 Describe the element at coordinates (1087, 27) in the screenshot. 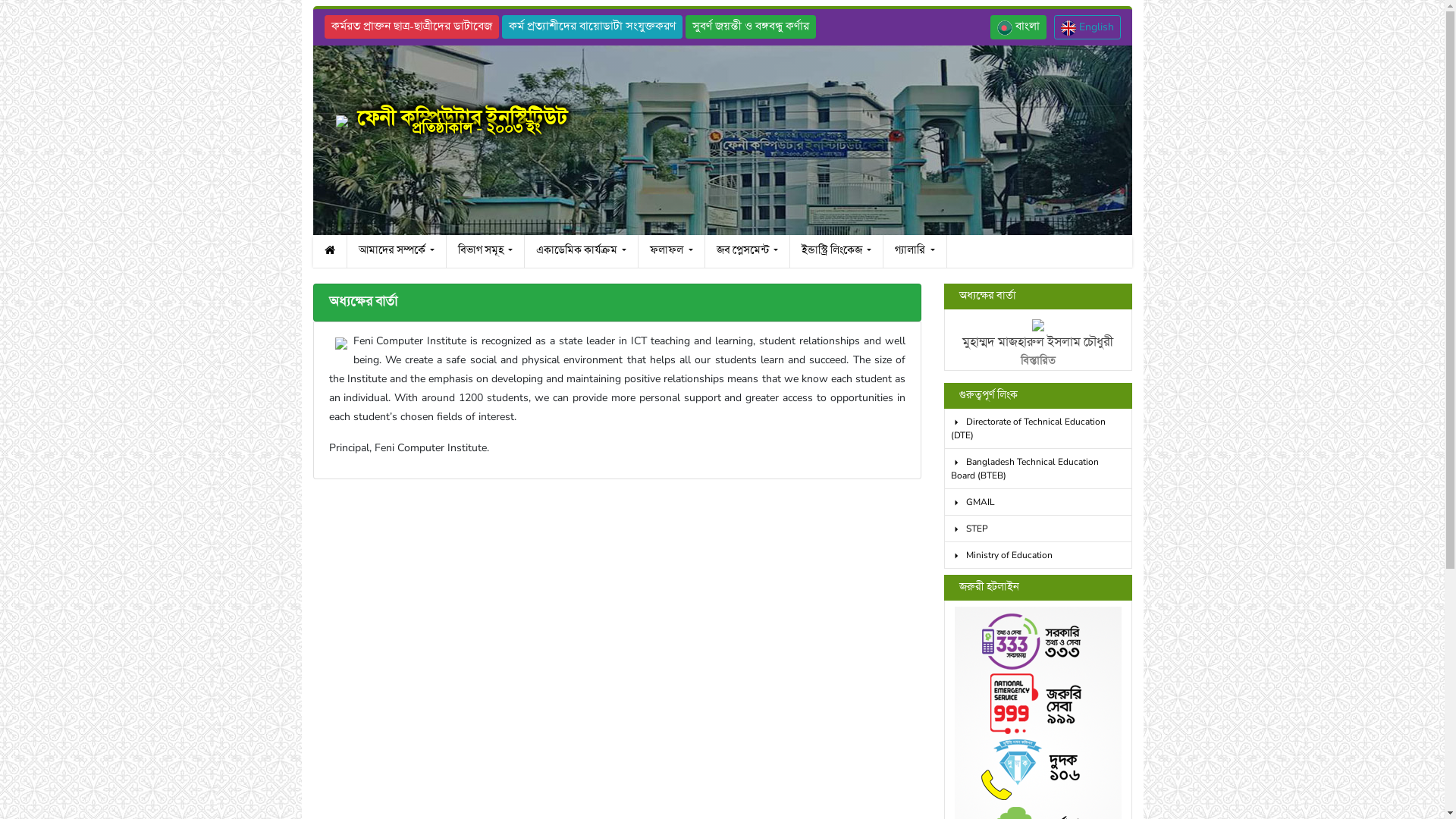

I see `' English'` at that location.